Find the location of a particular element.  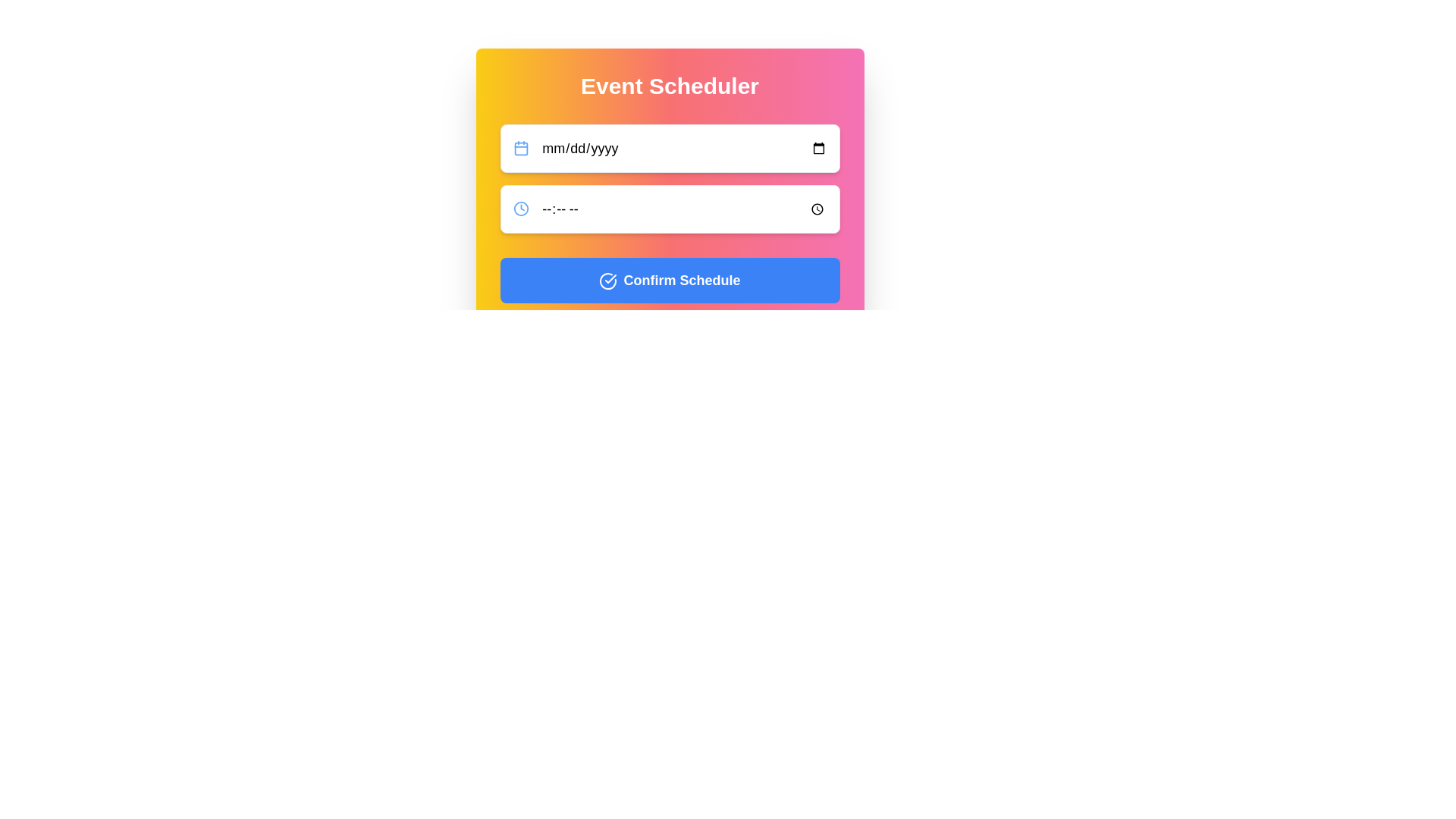

the background frame of the calendar icon located immediately to the left of the 'mm/dd/yyyy' text string in the date input field is located at coordinates (520, 149).